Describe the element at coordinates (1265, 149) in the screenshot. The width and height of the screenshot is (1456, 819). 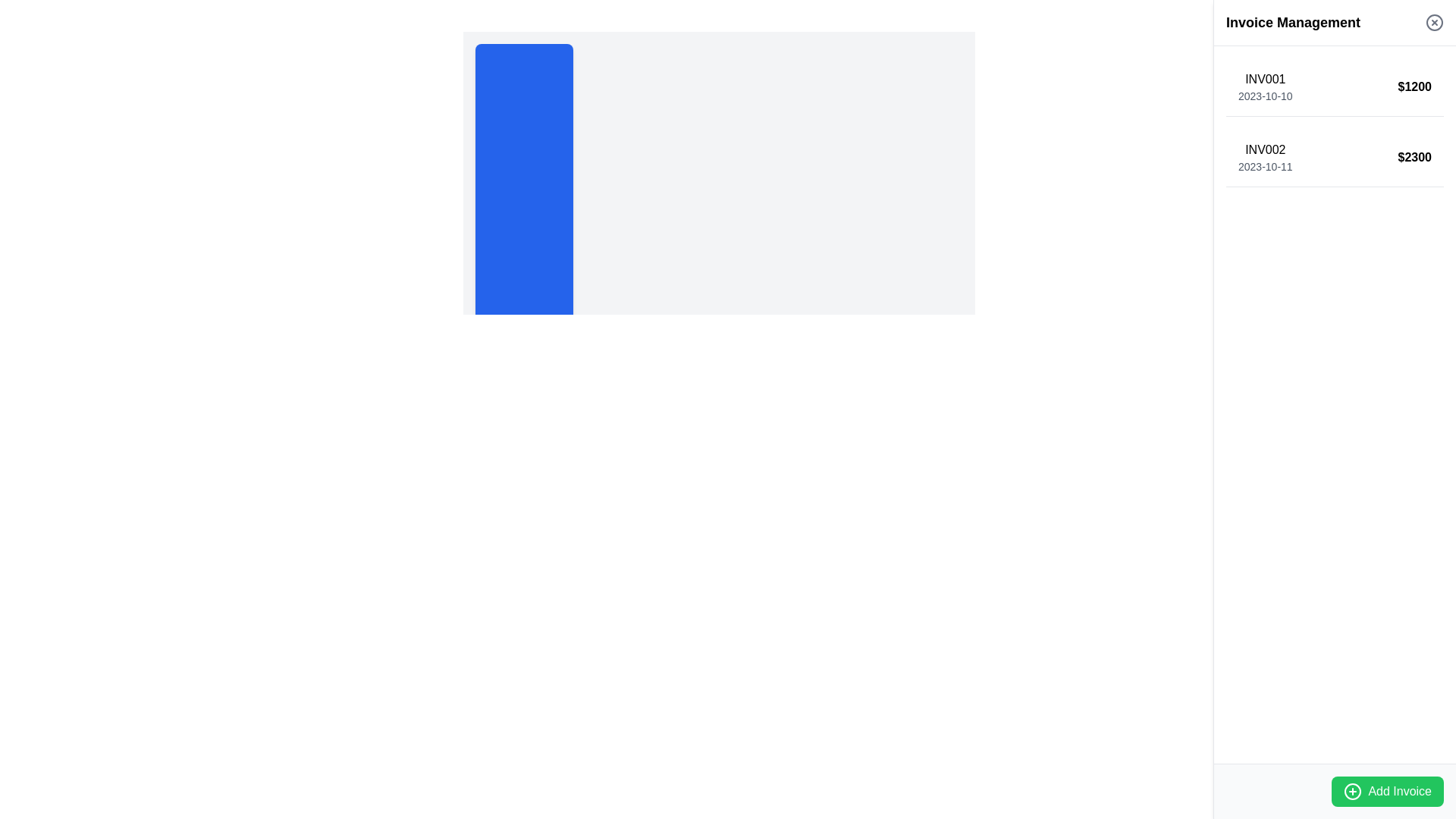
I see `the static text element displaying 'INV002' in the 'Invoice Management' panel, which is styled in medium font weight and positioned above the date text within the invoice list interface` at that location.